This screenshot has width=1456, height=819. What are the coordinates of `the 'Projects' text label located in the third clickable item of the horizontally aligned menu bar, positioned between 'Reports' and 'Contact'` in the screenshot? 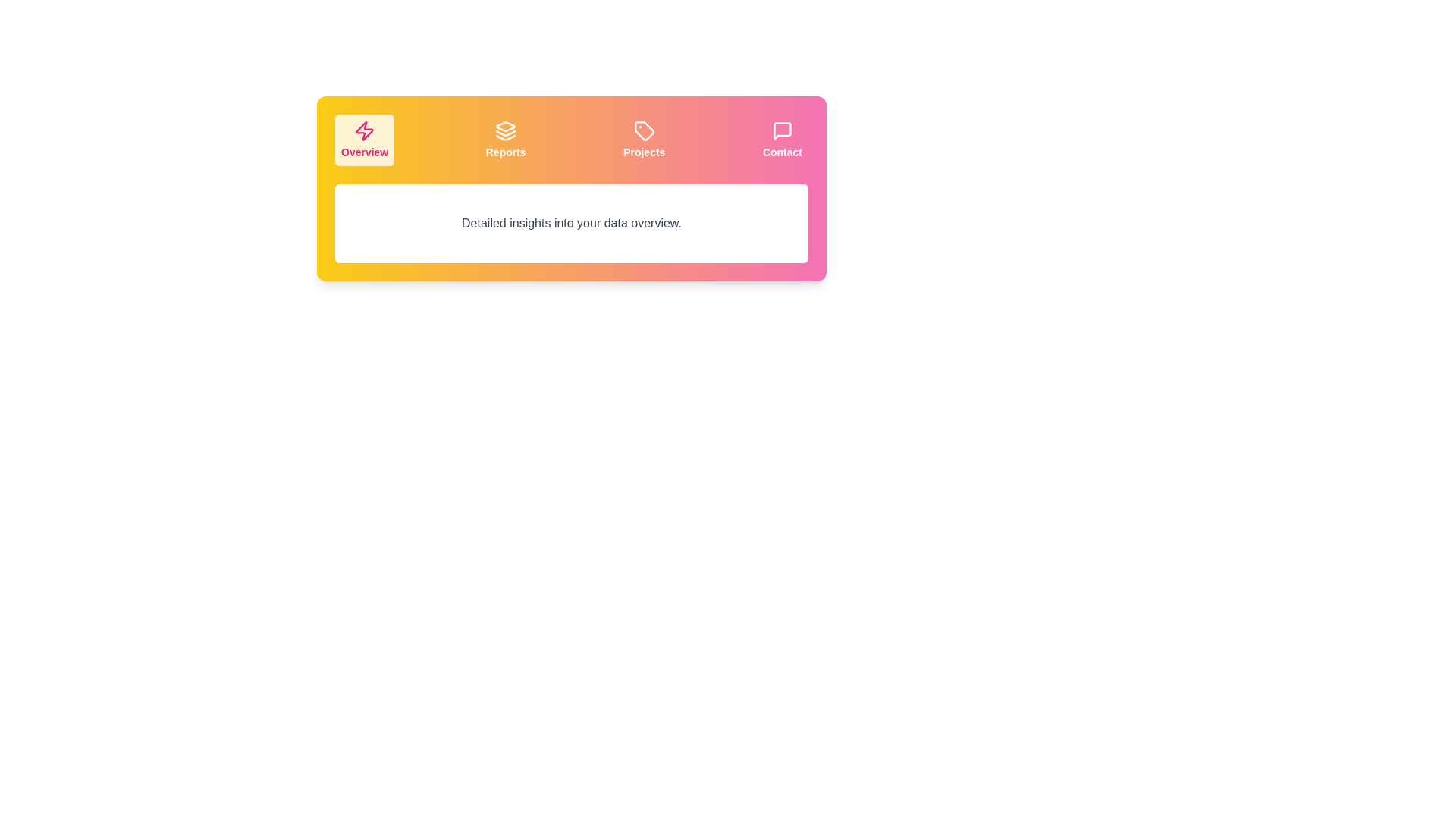 It's located at (644, 152).